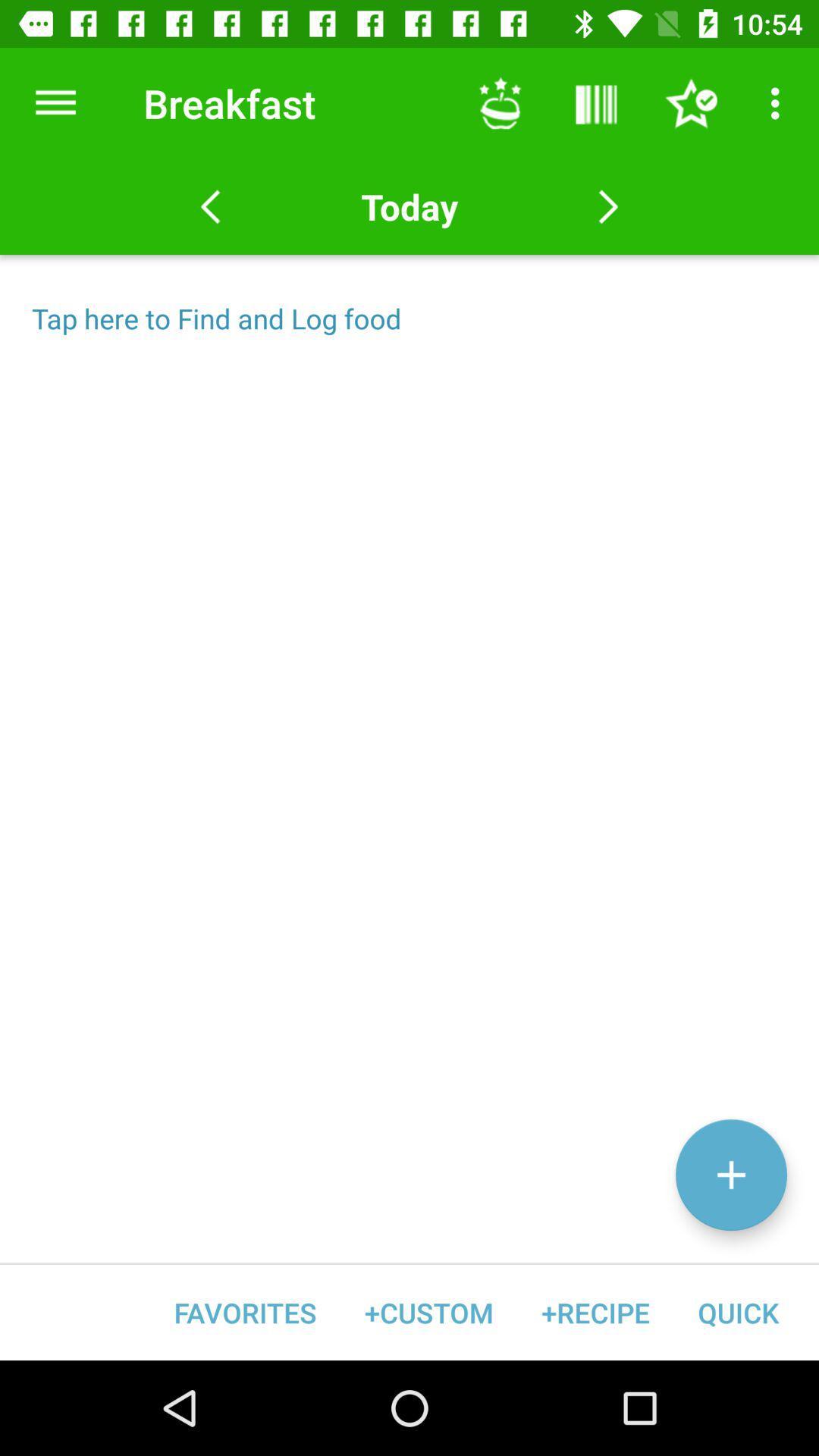  I want to click on food item, so click(730, 1174).